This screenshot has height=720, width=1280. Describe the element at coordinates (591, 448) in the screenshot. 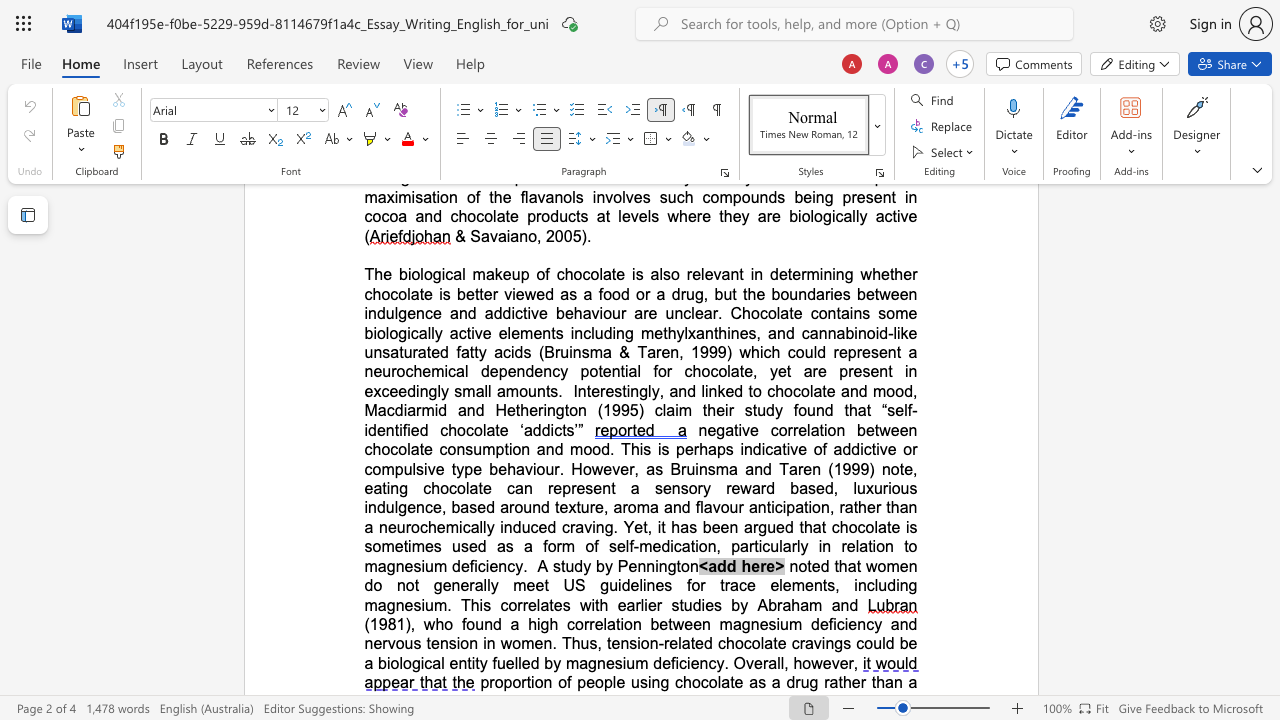

I see `the space between the continuous character "o" and "o" in the text` at that location.